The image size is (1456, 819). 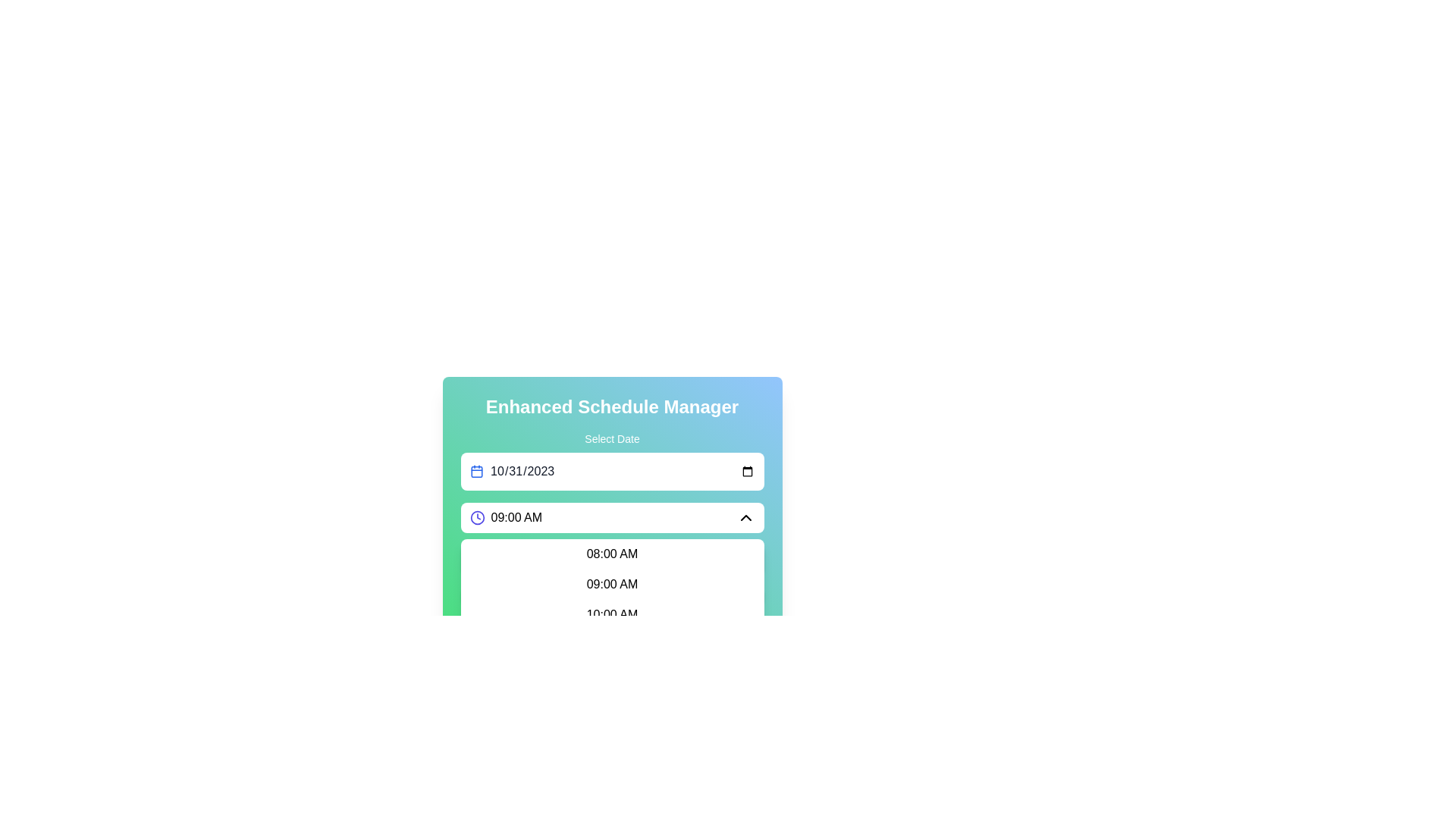 What do you see at coordinates (612, 614) in the screenshot?
I see `the time option '10:00 AM' in the dropdown menu that appears below the '09:00 AM' input field, which is the third option in a list of five time options` at bounding box center [612, 614].